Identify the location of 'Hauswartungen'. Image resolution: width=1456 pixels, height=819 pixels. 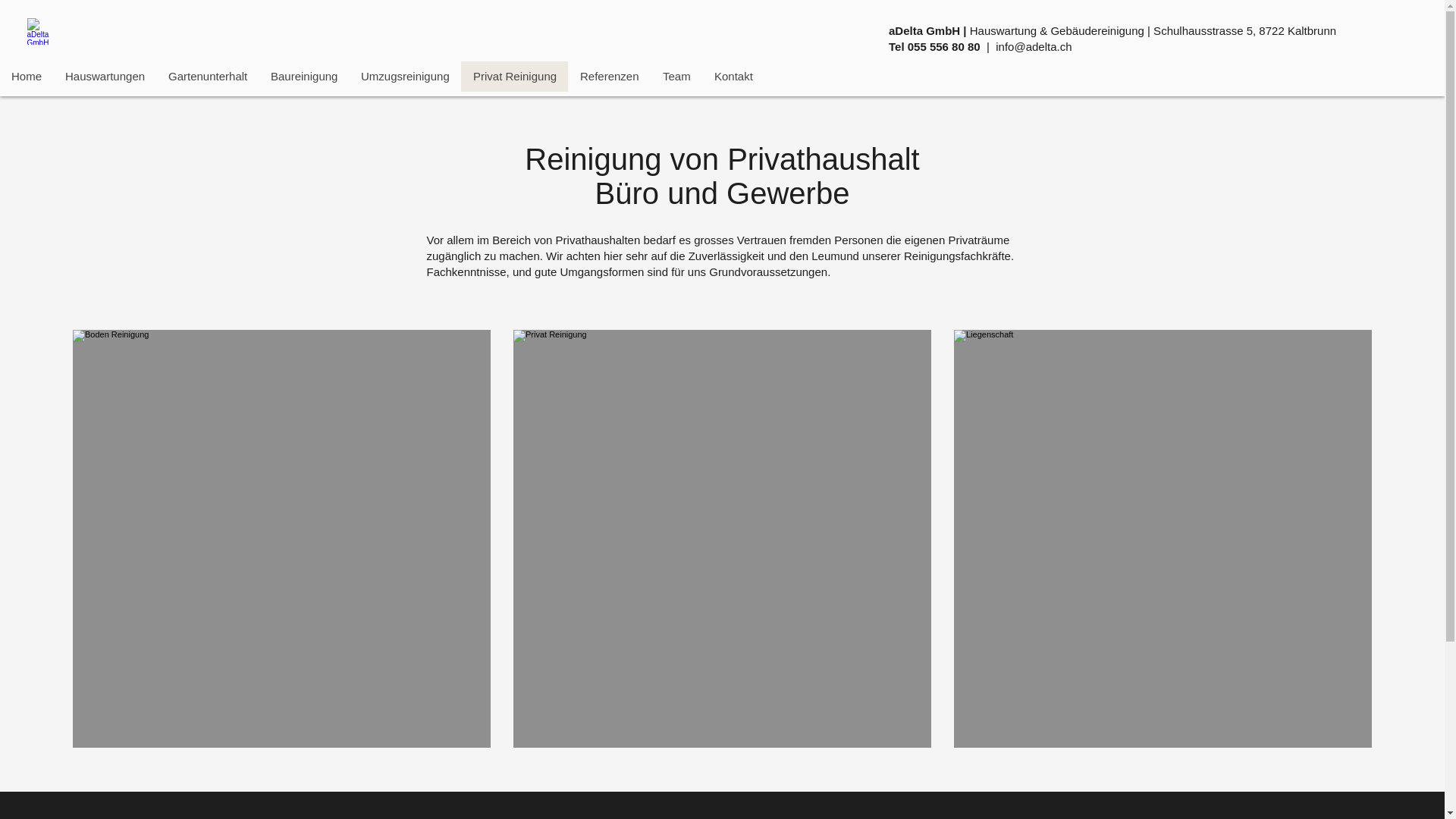
(104, 76).